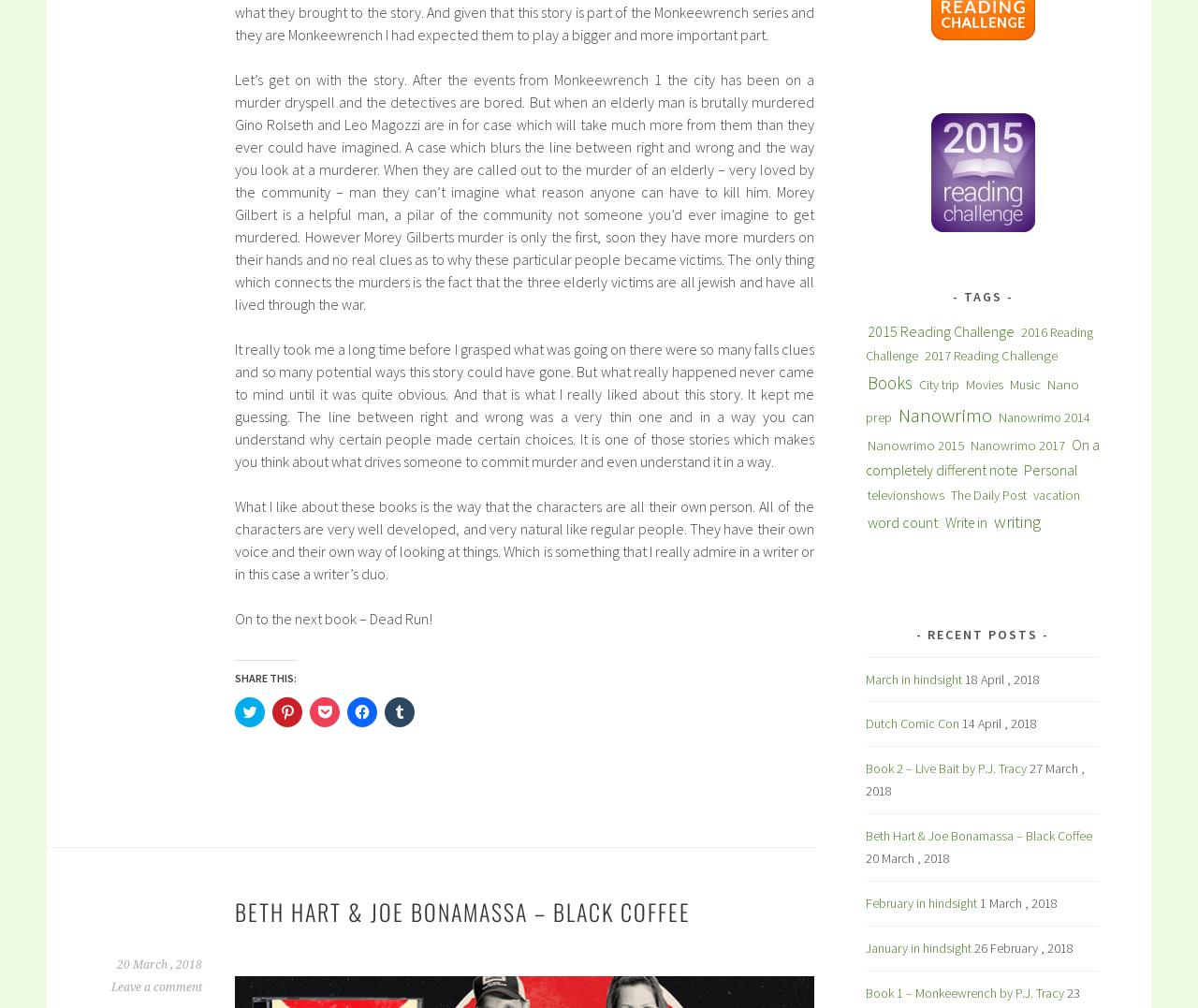 Image resolution: width=1198 pixels, height=1008 pixels. I want to click on 'January in hindsight', so click(918, 947).